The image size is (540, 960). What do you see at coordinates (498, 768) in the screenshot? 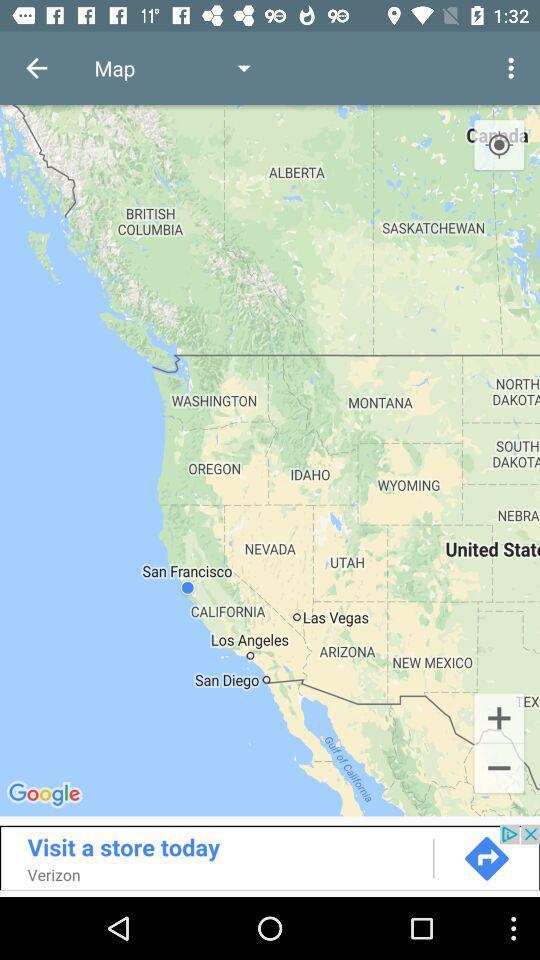
I see `the minus icon` at bounding box center [498, 768].